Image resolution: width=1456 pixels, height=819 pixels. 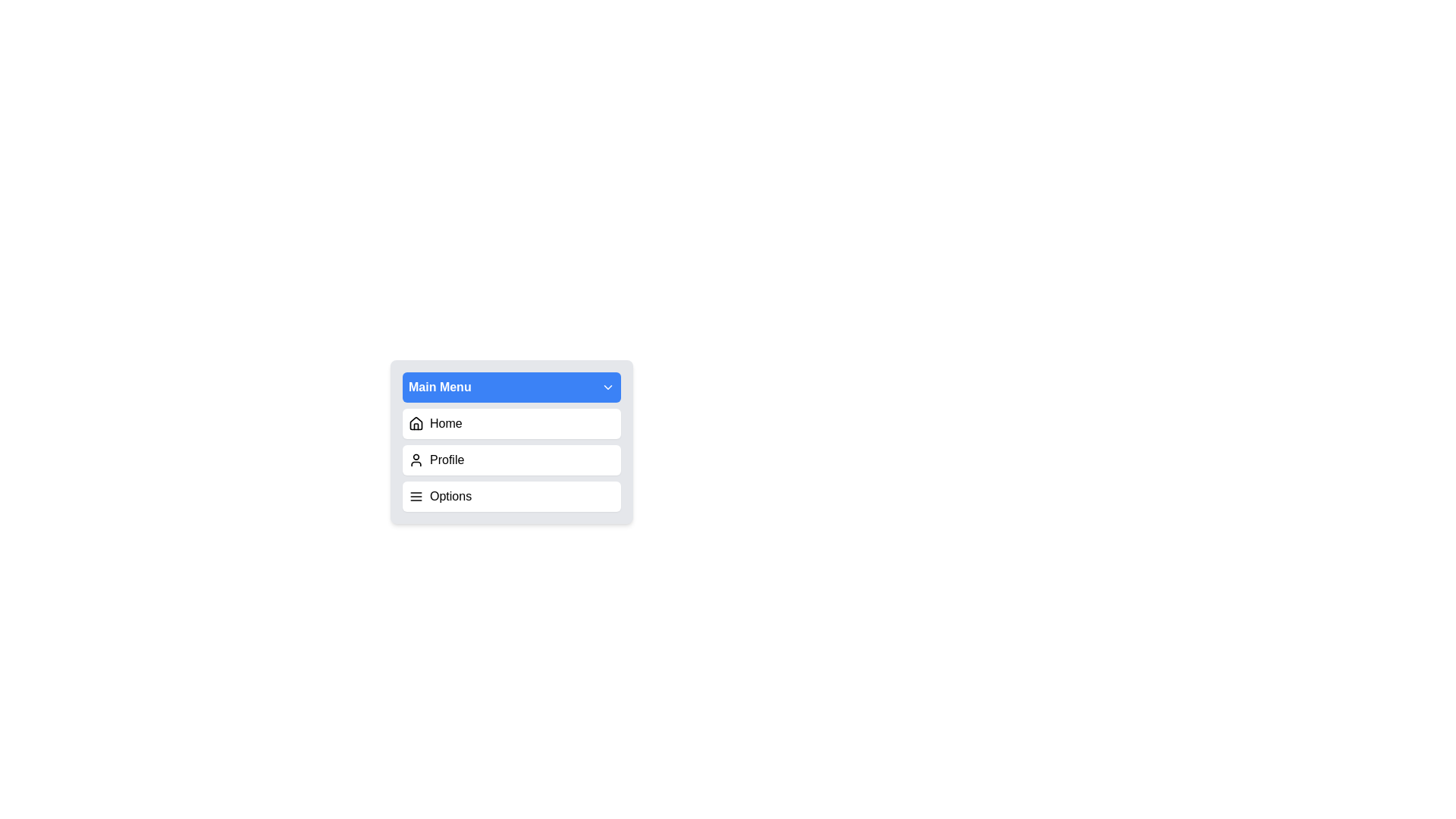 What do you see at coordinates (512, 497) in the screenshot?
I see `the third and last item in the vertical list of menu options` at bounding box center [512, 497].